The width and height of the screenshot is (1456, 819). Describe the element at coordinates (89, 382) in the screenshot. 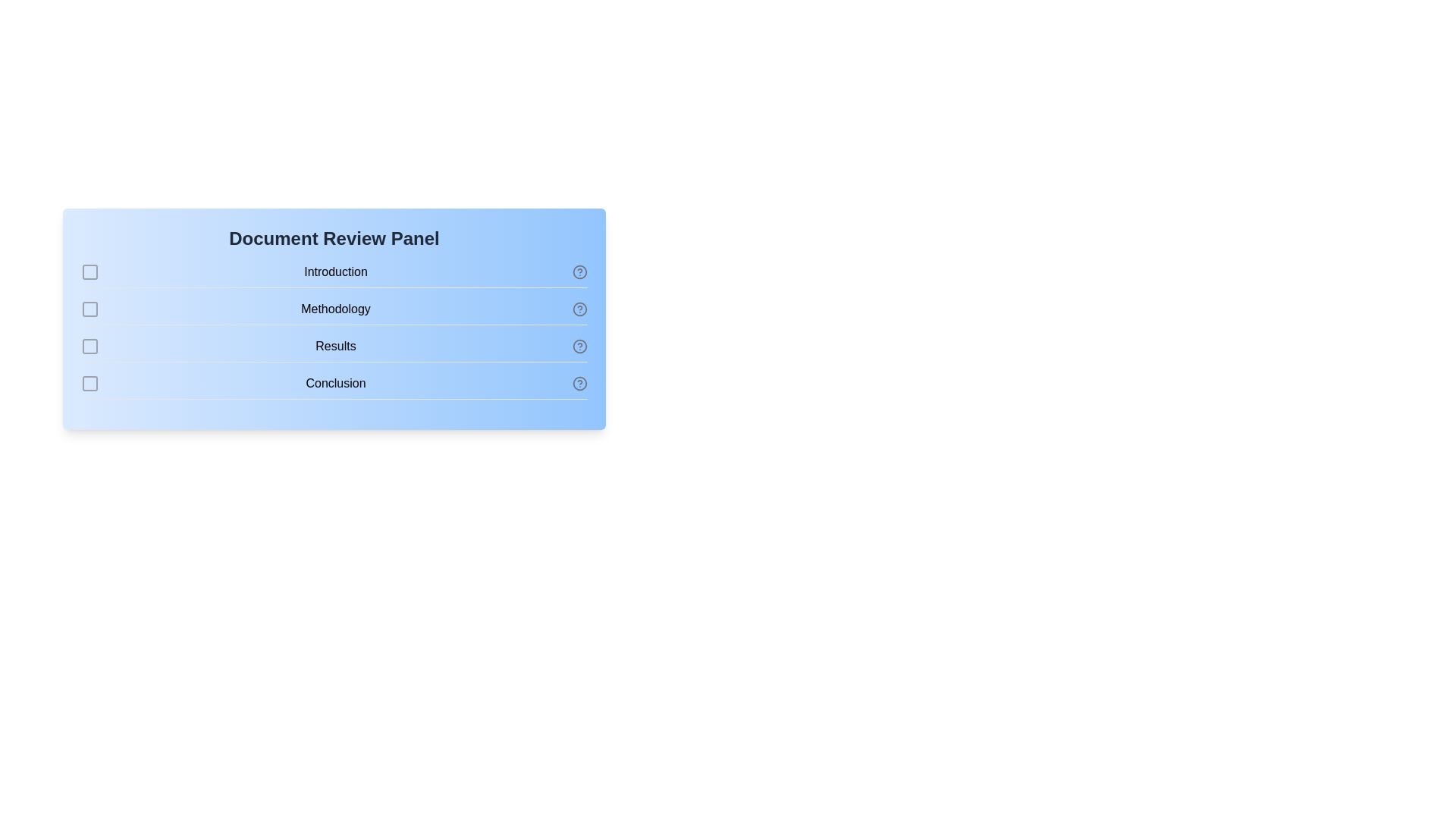

I see `the section Conclusion` at that location.